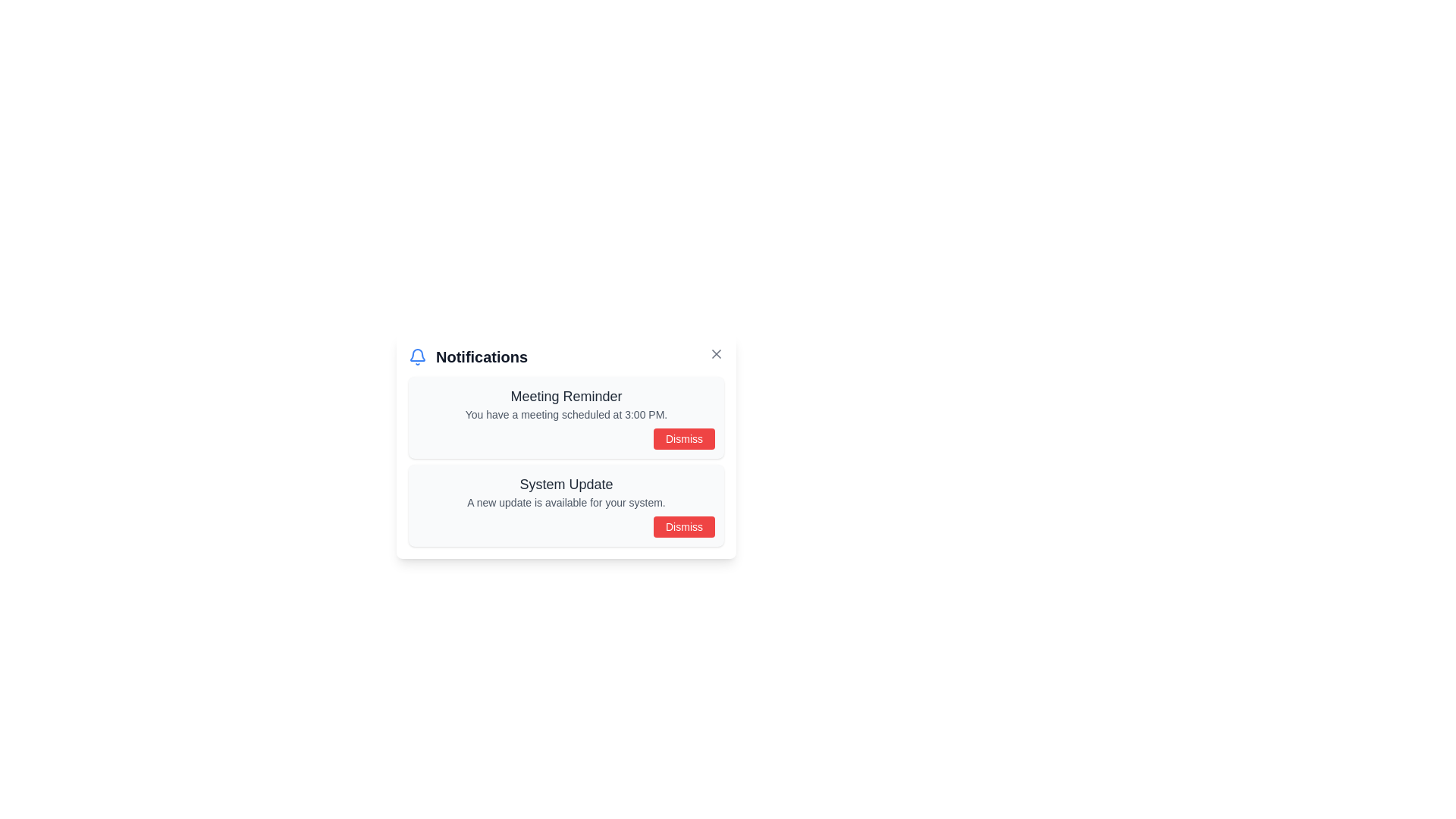  I want to click on the Text Label that serves as the title for the notification box summarizing the content of the meeting reminder, so click(566, 396).